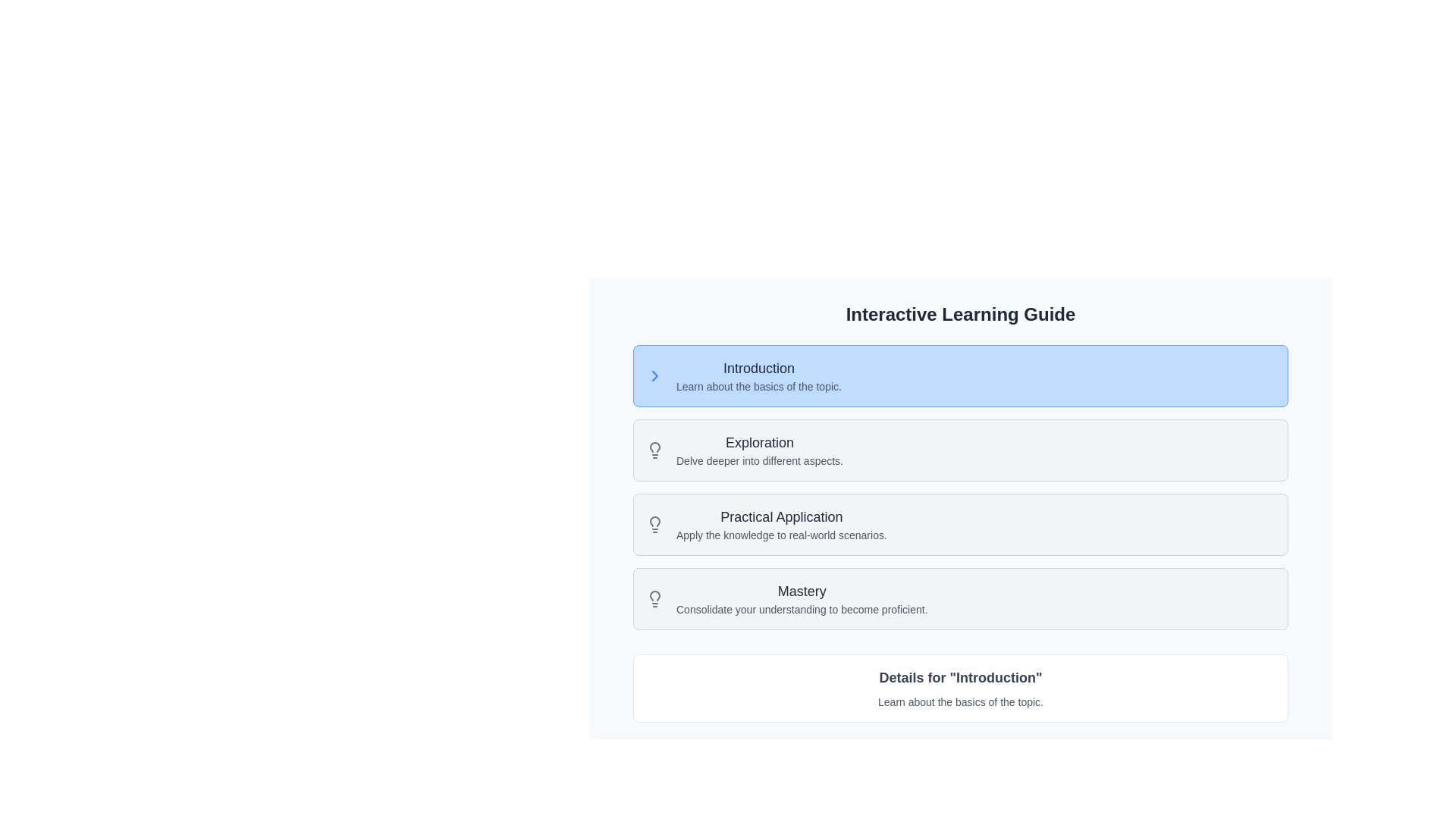 The width and height of the screenshot is (1456, 819). What do you see at coordinates (758, 385) in the screenshot?
I see `the text label displaying 'Learn about the basics of the topic.' which is styled in light gray and positioned below the 'Introduction' heading` at bounding box center [758, 385].